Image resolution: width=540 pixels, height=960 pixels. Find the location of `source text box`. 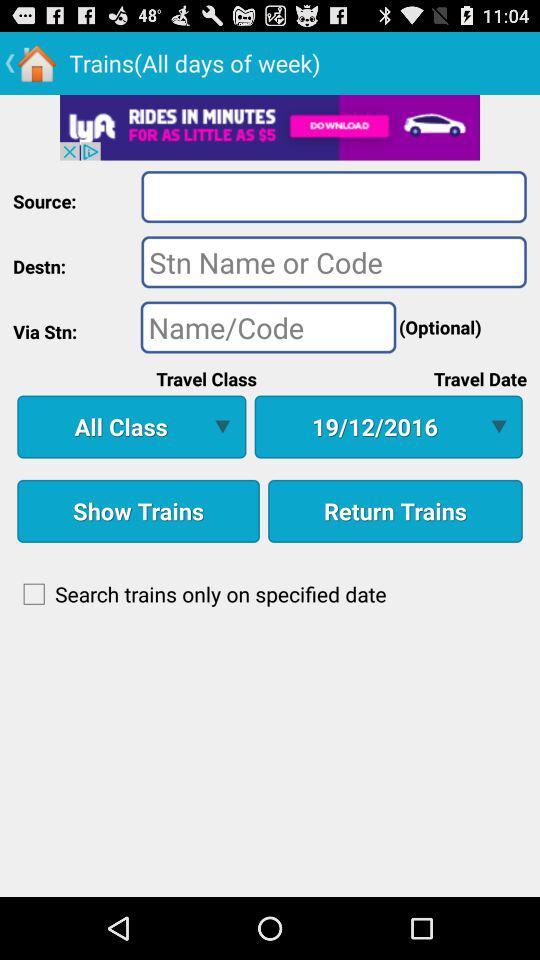

source text box is located at coordinates (334, 196).